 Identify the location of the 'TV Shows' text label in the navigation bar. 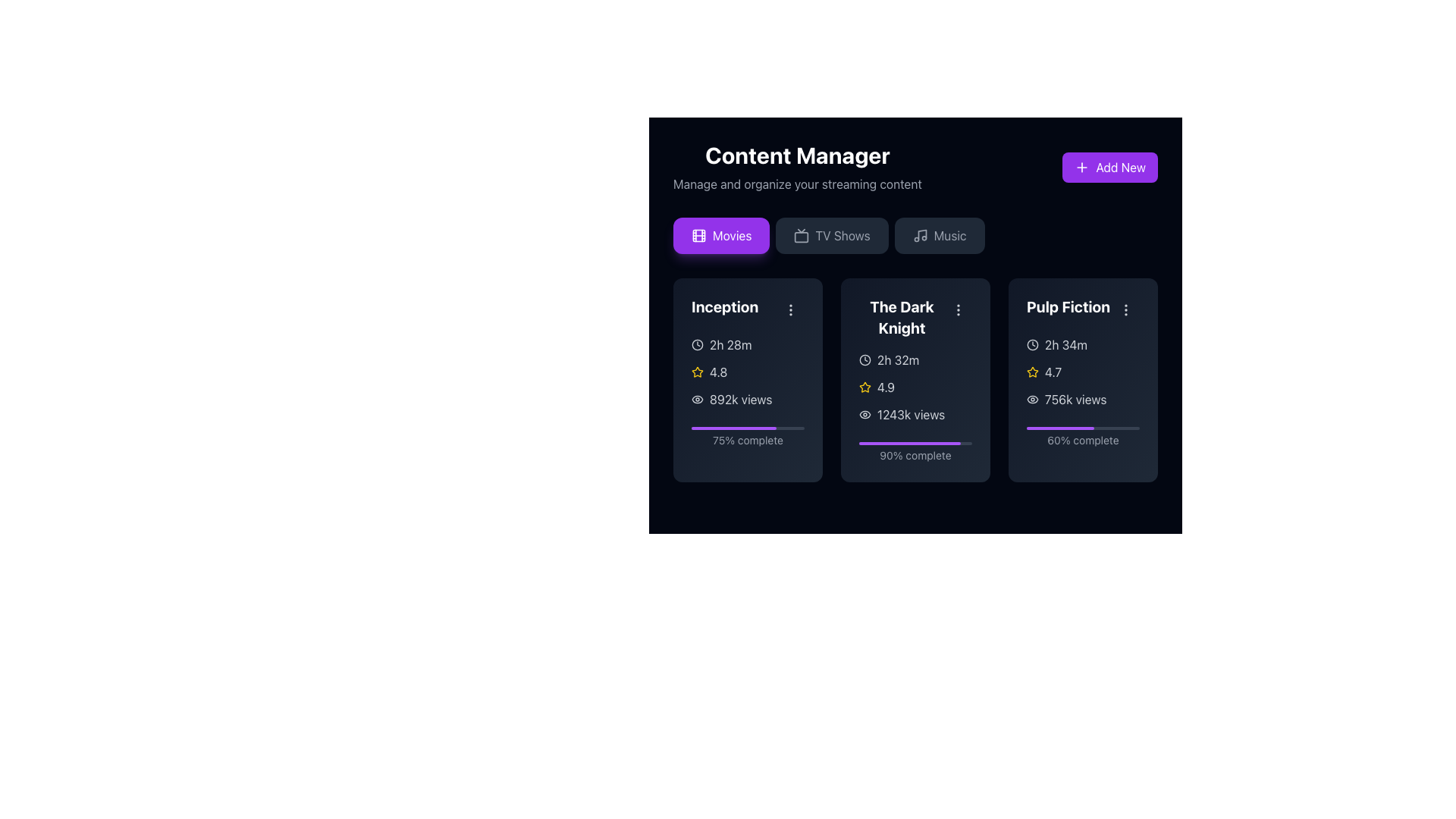
(842, 236).